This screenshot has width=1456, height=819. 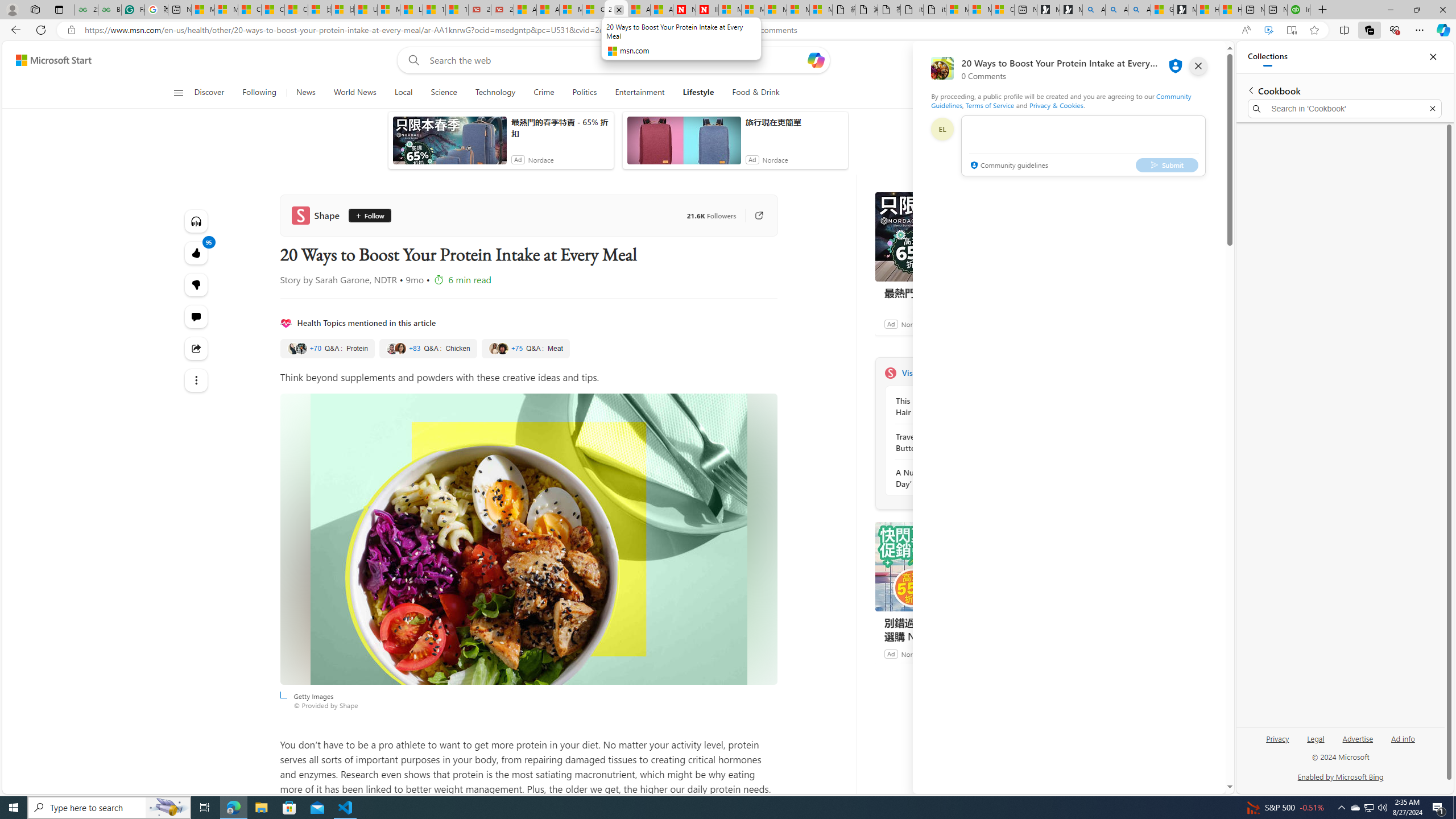 I want to click on 'Science', so click(x=443, y=92).